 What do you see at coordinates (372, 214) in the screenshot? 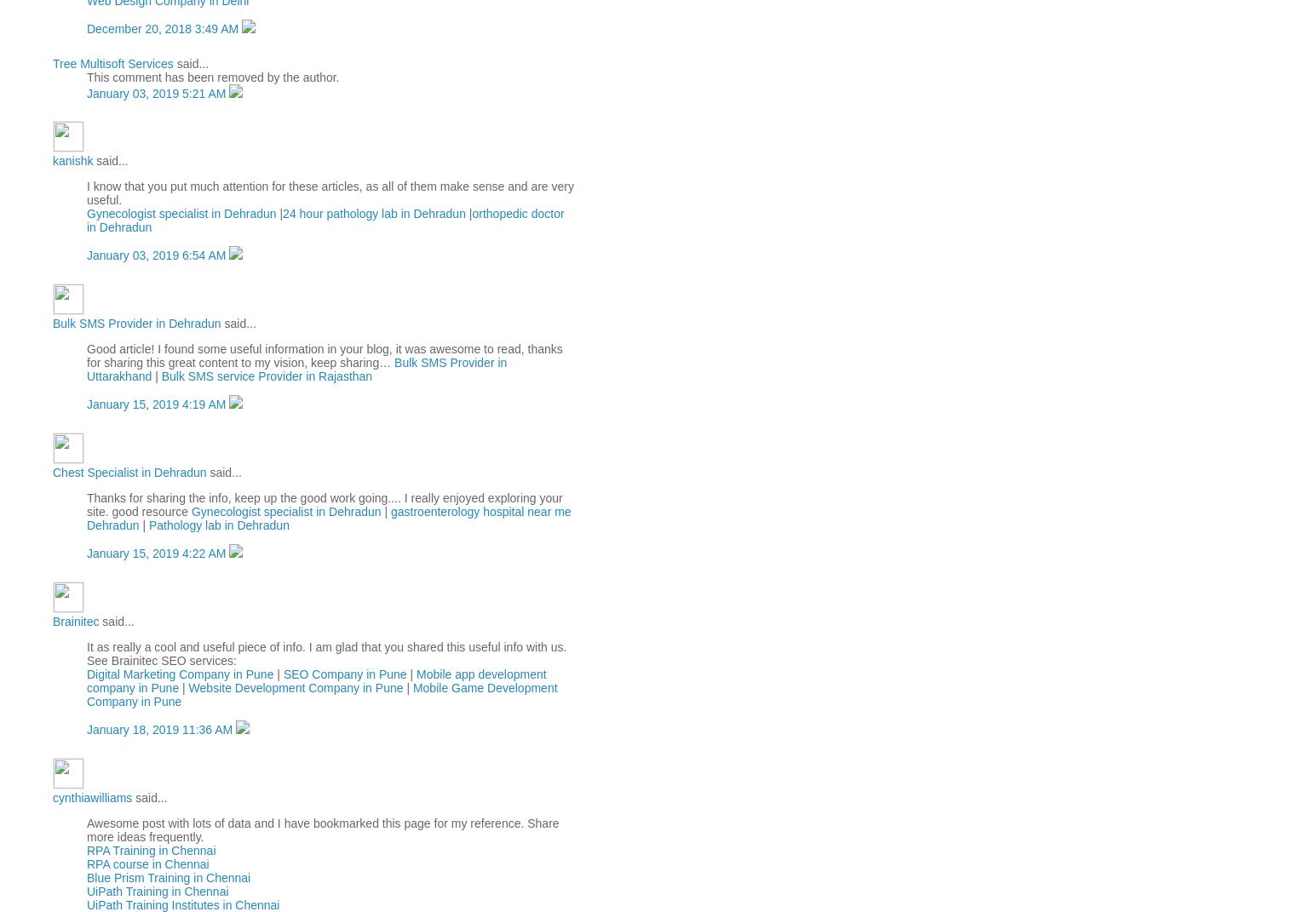
I see `'24 hour pathology lab in Dehradun'` at bounding box center [372, 214].